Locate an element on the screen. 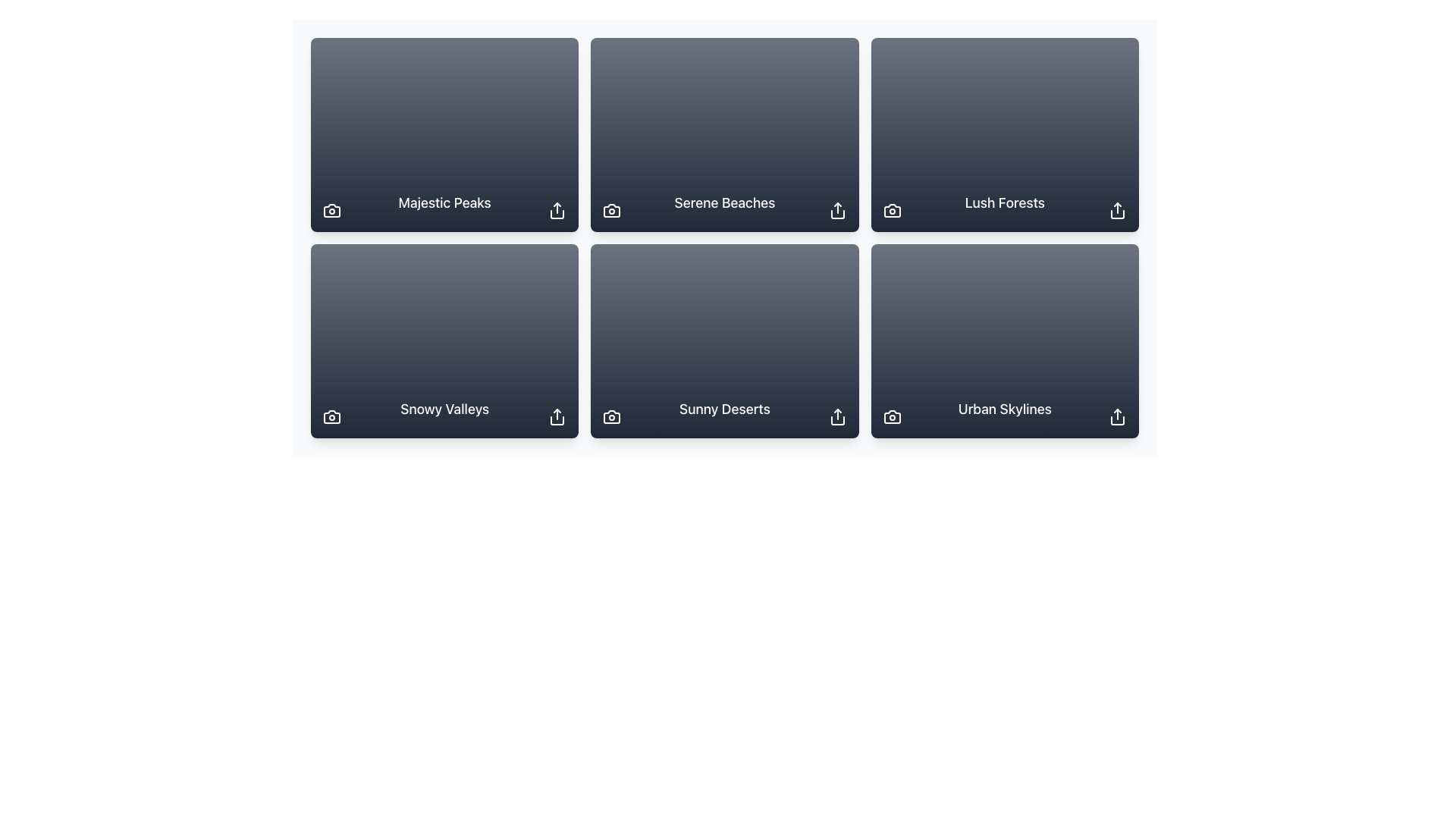  the 'Snowy Valleys' title element, which identifies the specific category within the UI layout is located at coordinates (444, 418).